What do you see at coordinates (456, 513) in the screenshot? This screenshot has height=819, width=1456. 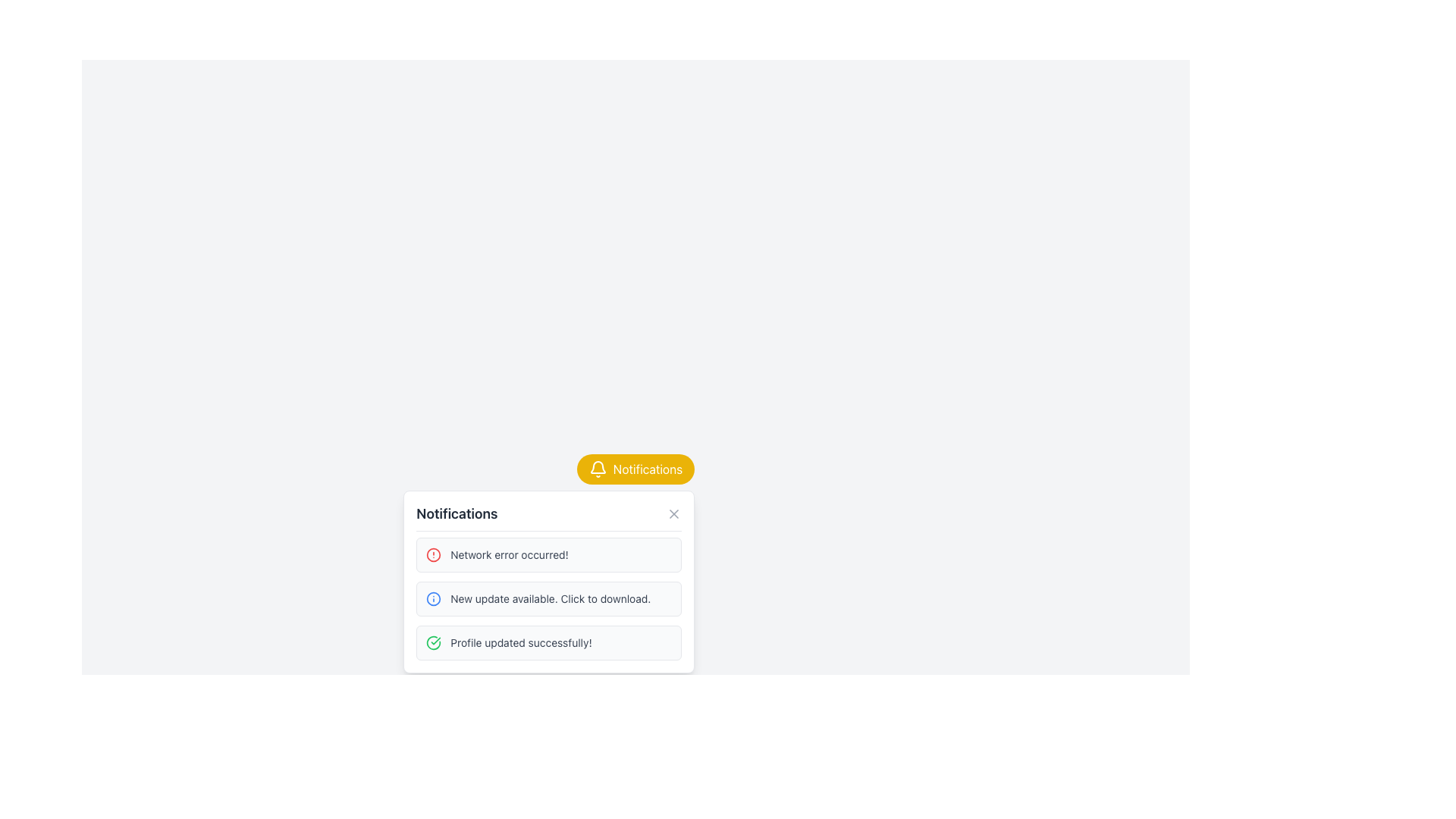 I see `the 'Notifications' text label, which is a large, bold, dark gray label located in the header area of the notification panel` at bounding box center [456, 513].